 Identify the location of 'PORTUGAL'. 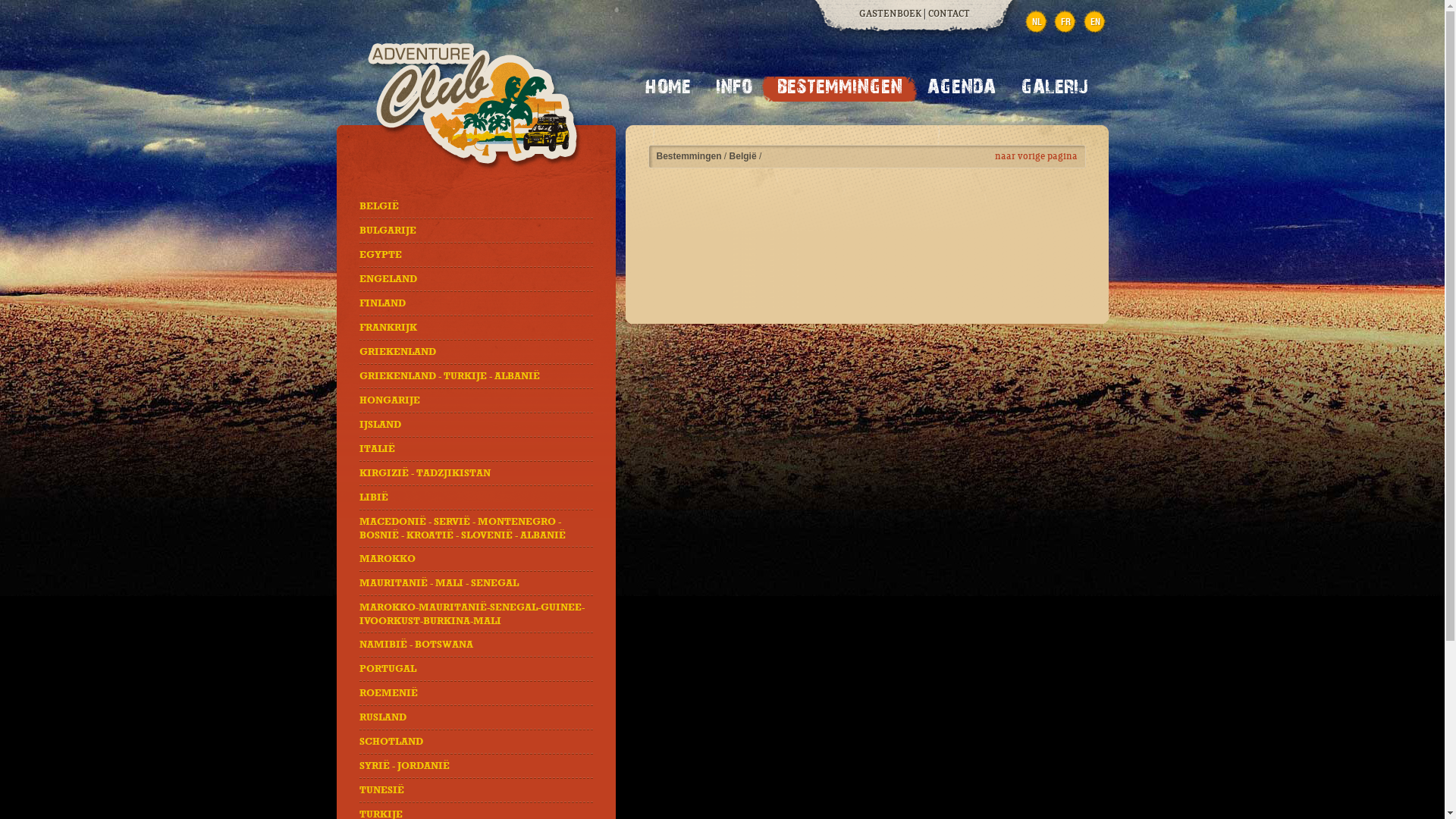
(359, 668).